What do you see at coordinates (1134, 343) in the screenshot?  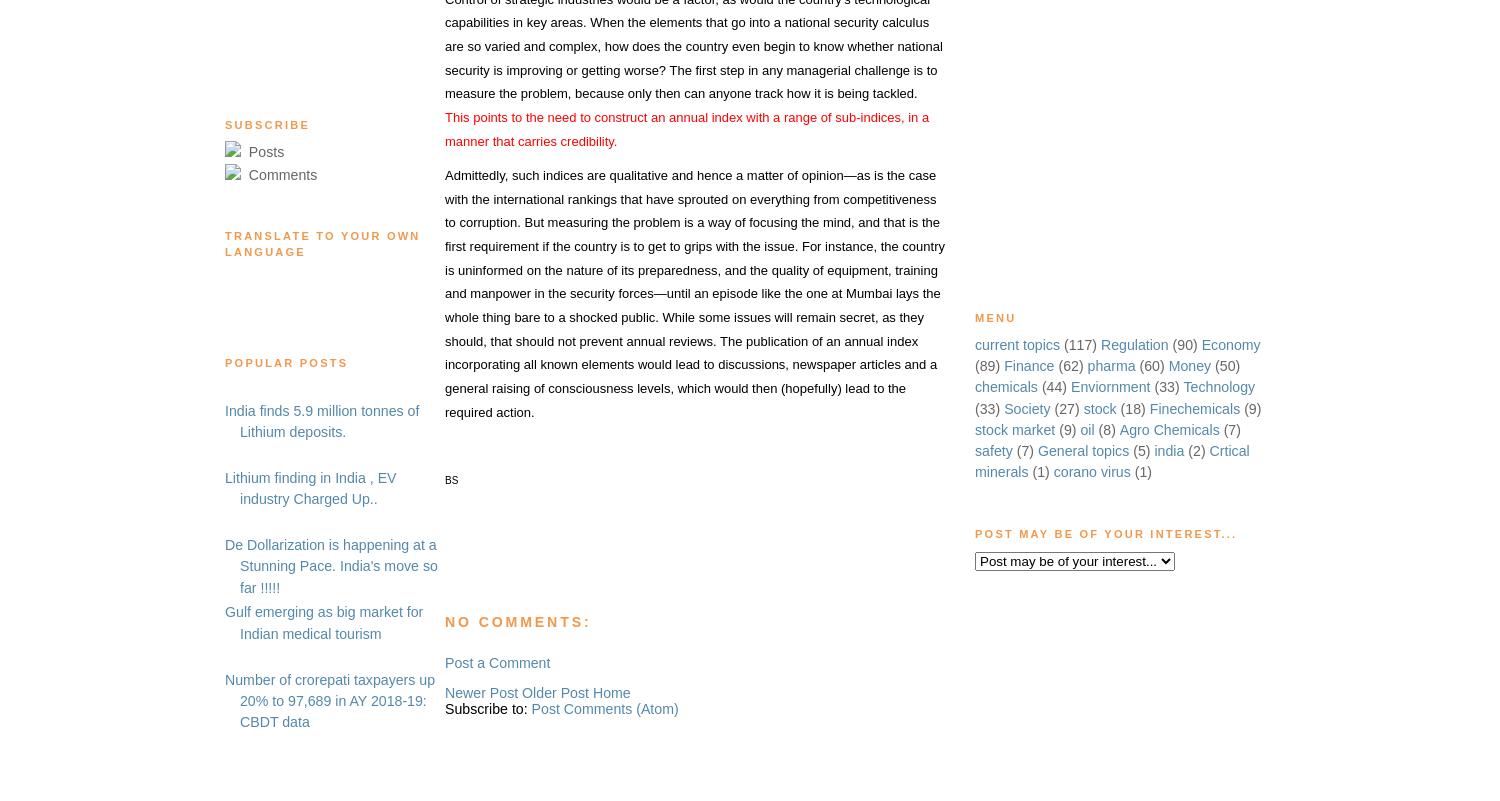 I see `'Regulation'` at bounding box center [1134, 343].